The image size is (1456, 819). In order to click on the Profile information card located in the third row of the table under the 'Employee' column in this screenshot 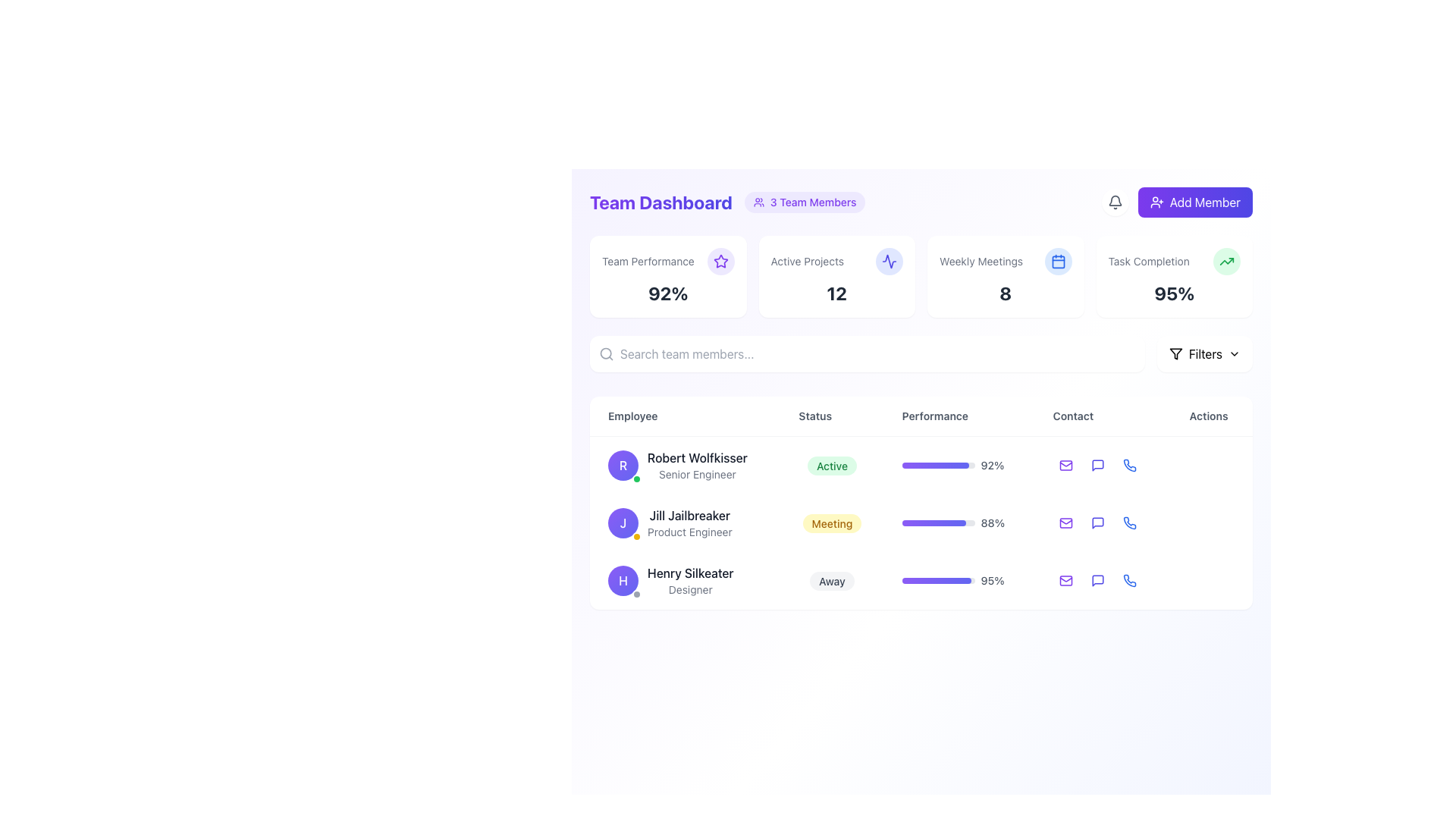, I will do `click(684, 580)`.